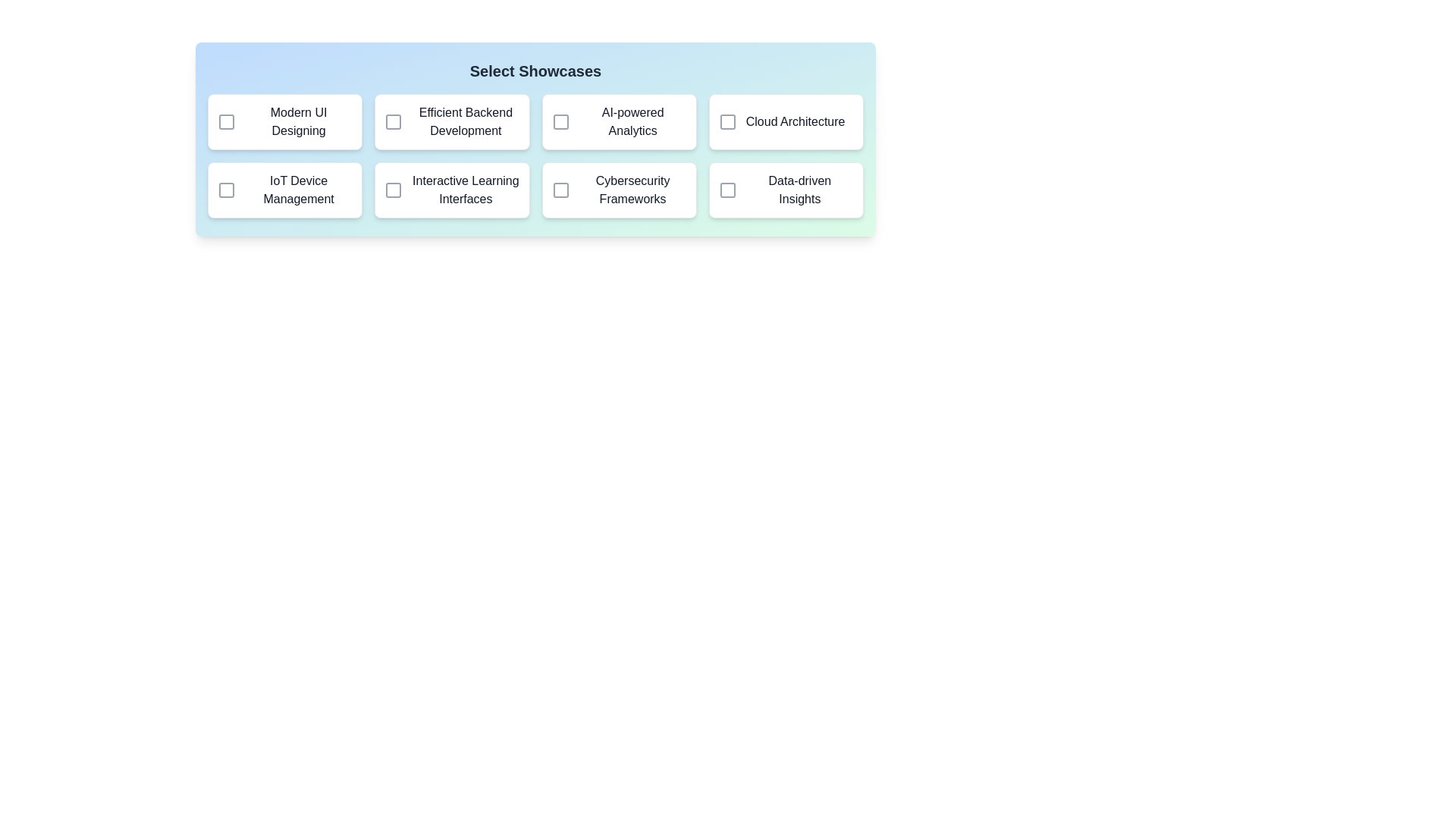 This screenshot has width=1456, height=819. Describe the element at coordinates (451, 189) in the screenshot. I see `the showcase item labeled 'Interactive Learning Interfaces' to observe the hover effect` at that location.